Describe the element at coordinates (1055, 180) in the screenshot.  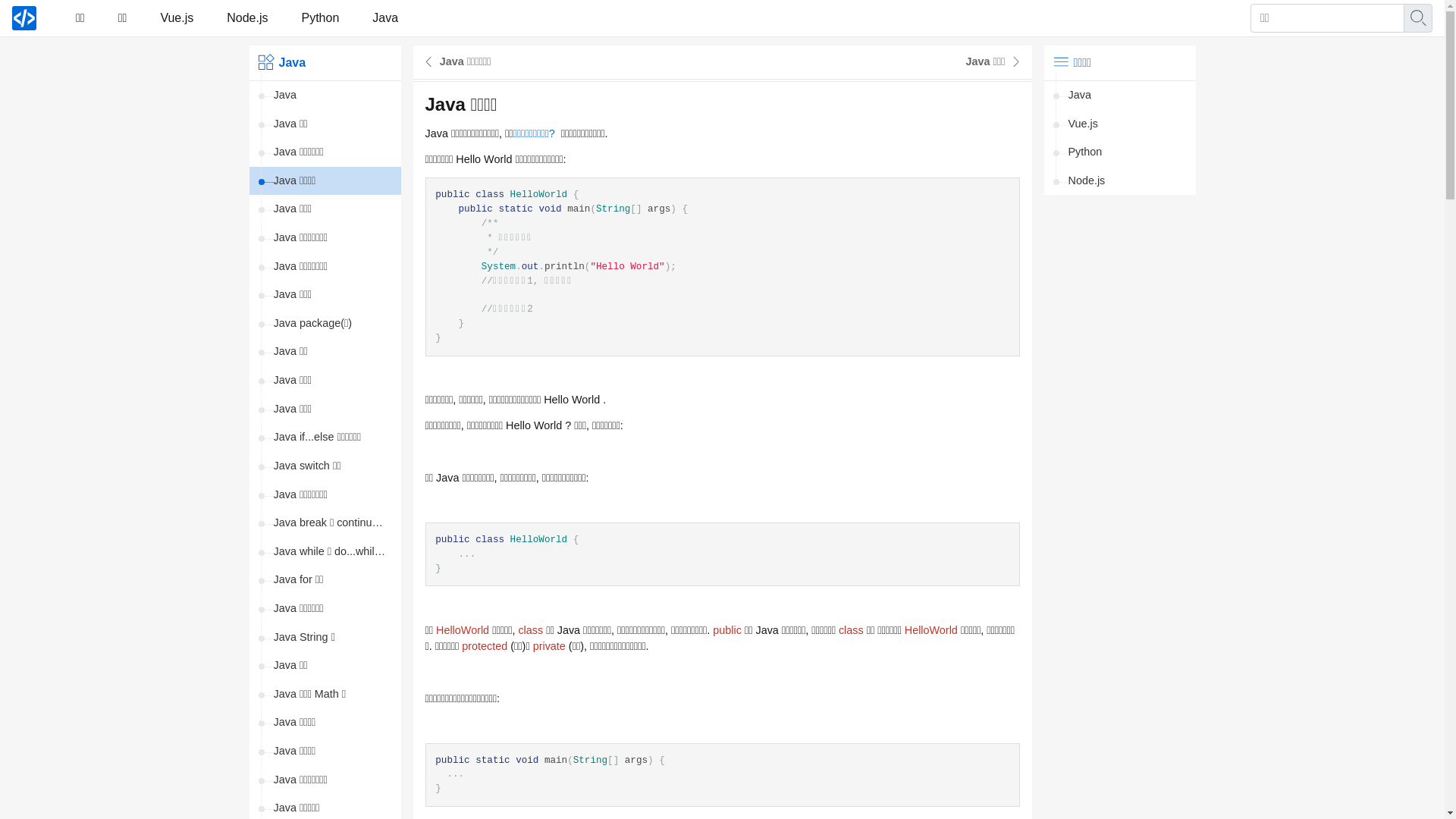
I see `'Node.js'` at that location.